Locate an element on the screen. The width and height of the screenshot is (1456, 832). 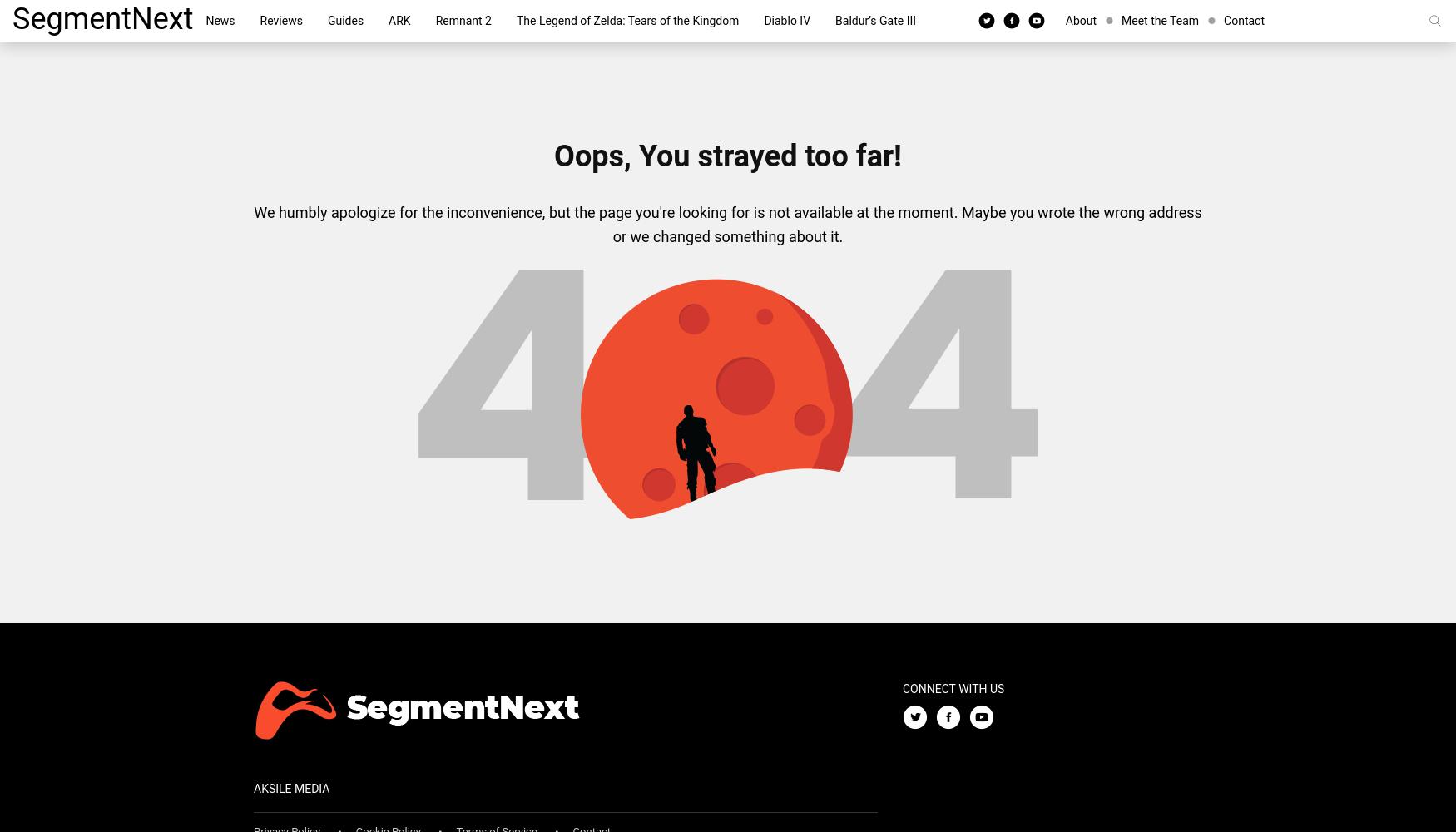
'Diablo IV' is located at coordinates (787, 21).